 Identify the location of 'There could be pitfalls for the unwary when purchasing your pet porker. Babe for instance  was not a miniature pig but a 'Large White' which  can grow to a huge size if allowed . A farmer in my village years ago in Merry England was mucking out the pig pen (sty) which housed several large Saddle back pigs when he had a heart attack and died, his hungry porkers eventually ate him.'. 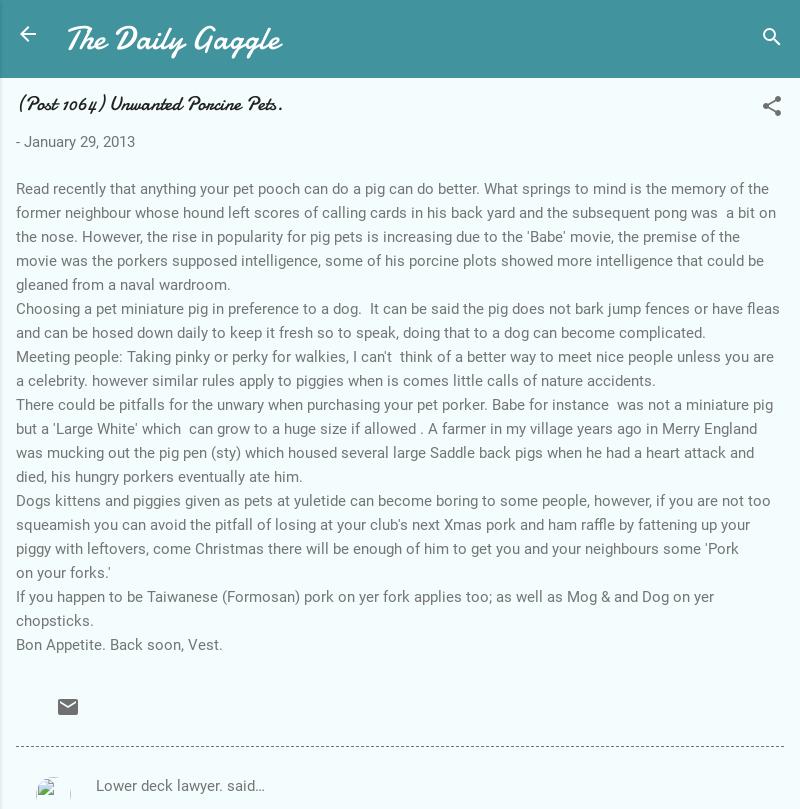
(393, 439).